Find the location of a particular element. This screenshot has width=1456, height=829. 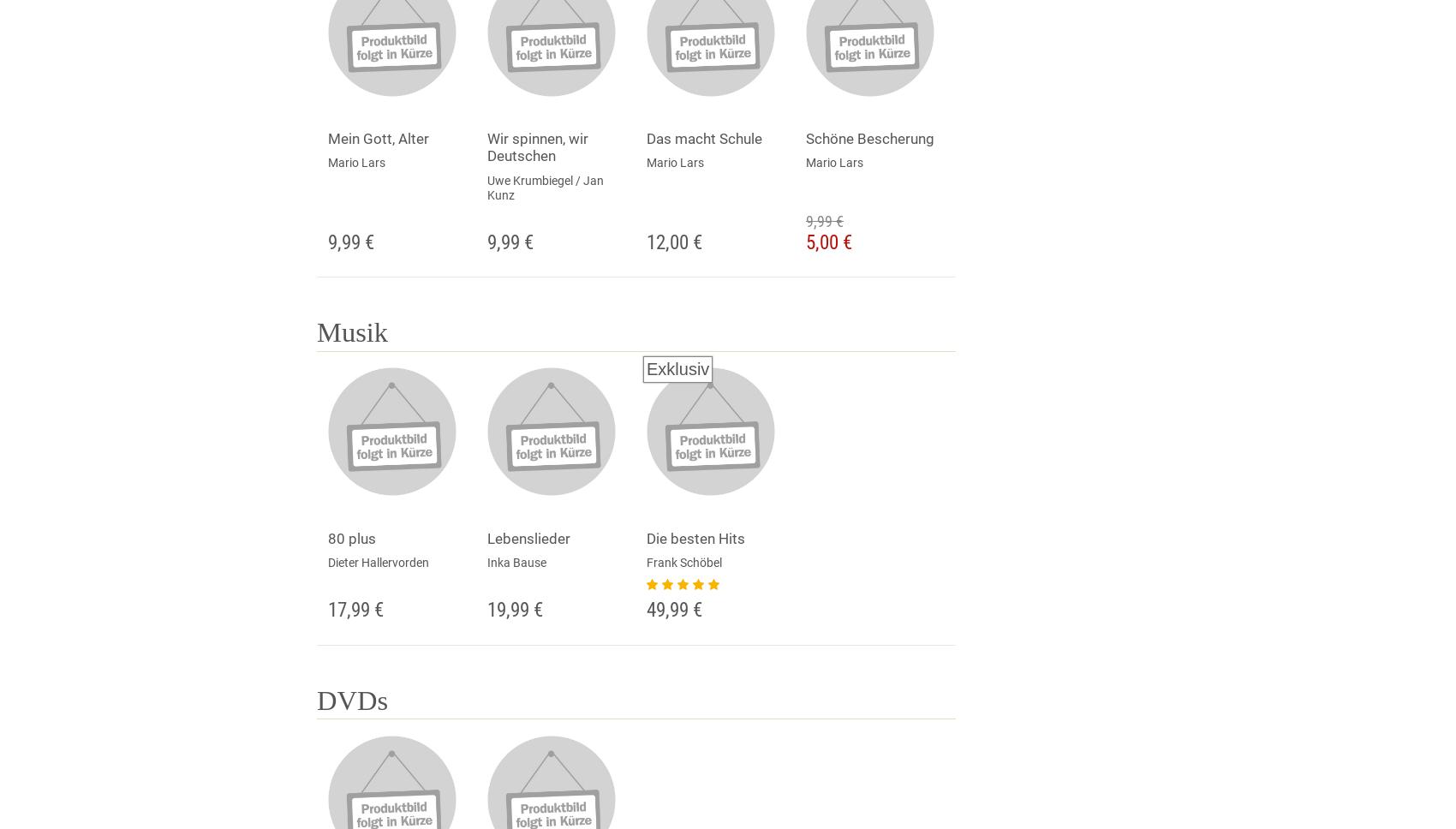

'19,99 €' is located at coordinates (514, 608).